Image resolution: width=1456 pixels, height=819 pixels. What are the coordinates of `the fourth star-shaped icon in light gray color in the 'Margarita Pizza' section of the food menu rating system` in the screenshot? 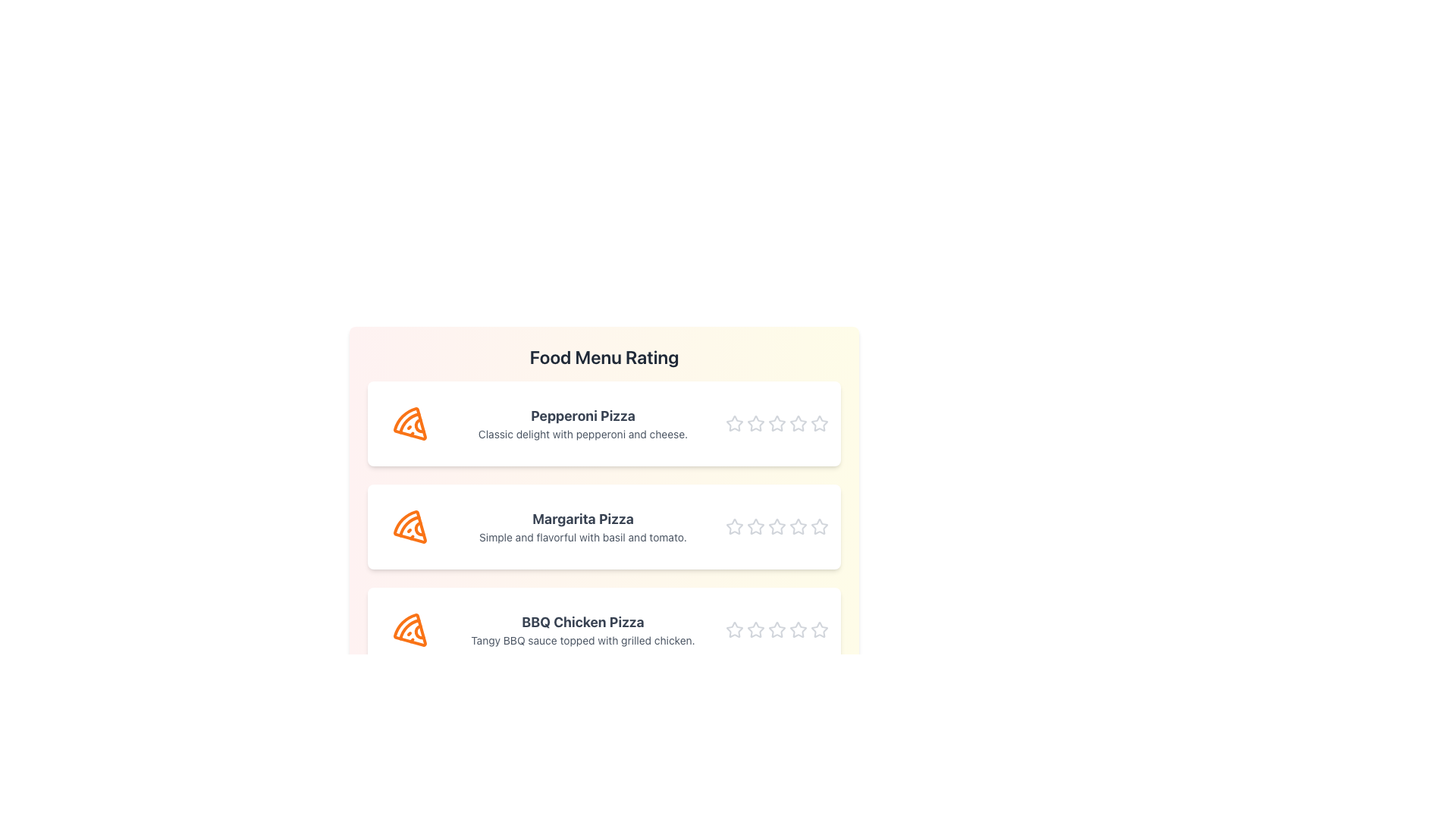 It's located at (797, 526).